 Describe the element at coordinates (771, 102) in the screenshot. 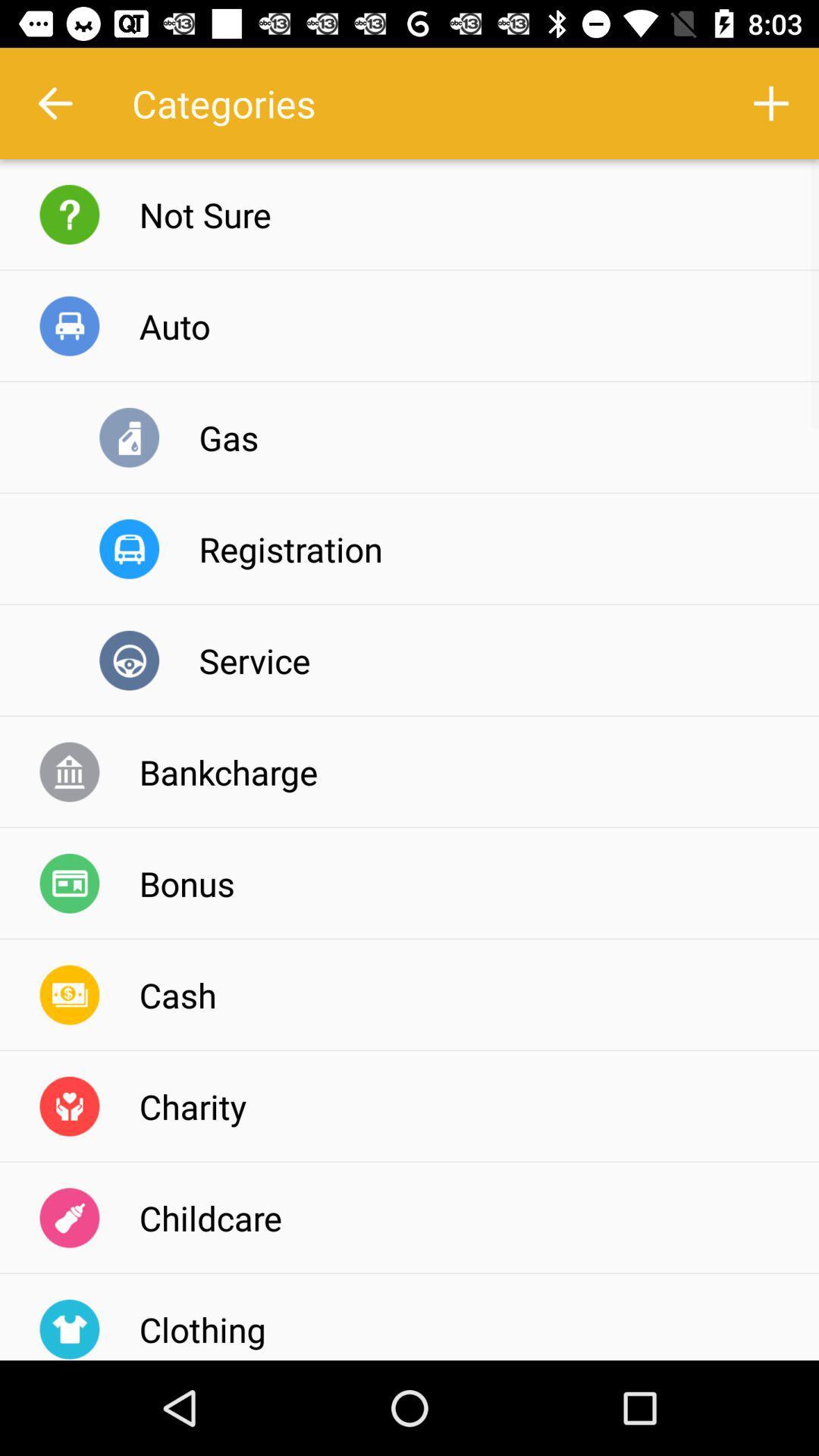

I see `the icon next to the categories` at that location.